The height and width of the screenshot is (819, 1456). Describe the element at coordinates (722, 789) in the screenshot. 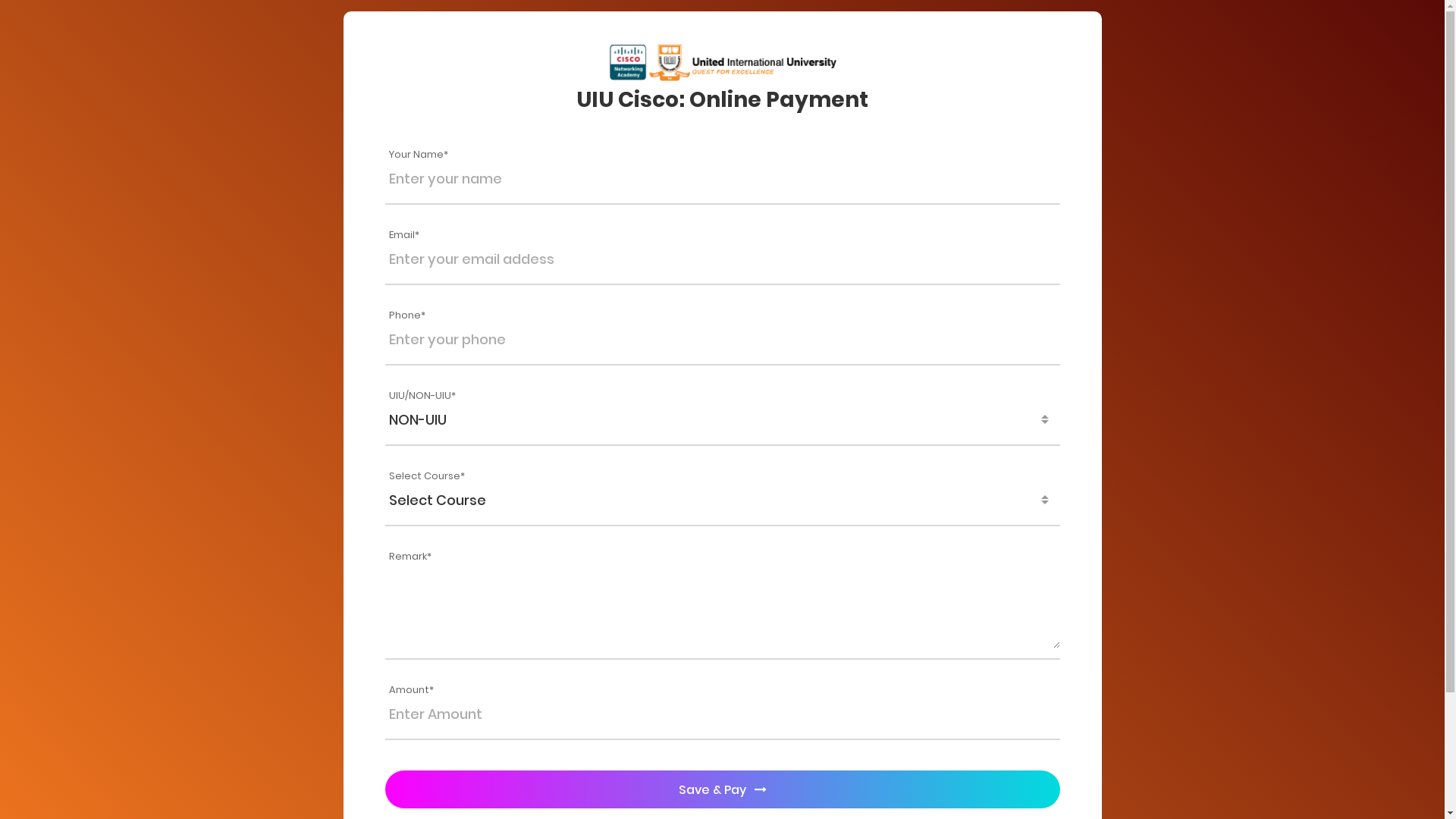

I see `'Save & Pay'` at that location.